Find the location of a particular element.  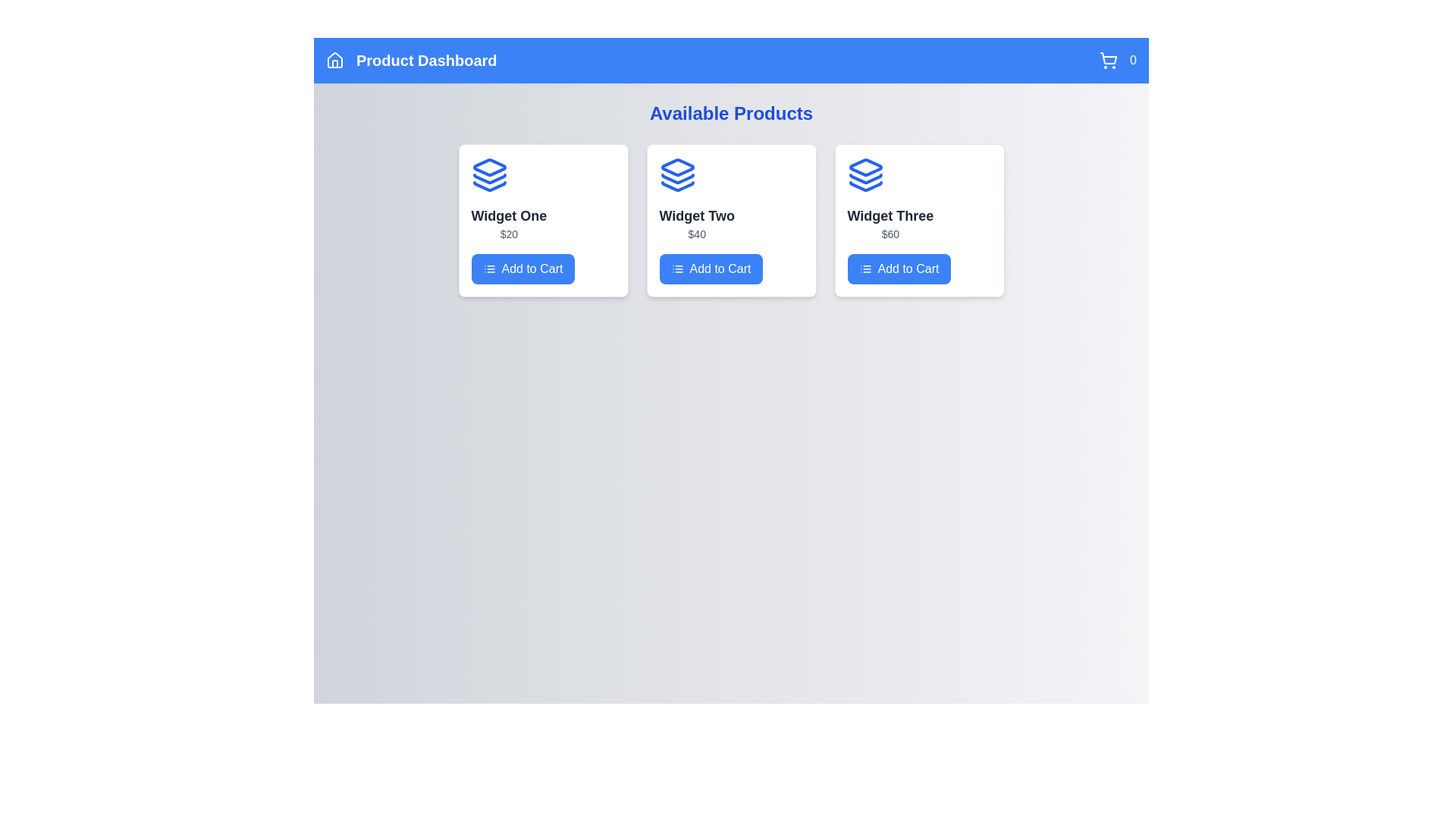

the text label displaying the item count in the shopping cart, located in the top-right corner of the interface, next to the shopping cart icon is located at coordinates (1133, 60).